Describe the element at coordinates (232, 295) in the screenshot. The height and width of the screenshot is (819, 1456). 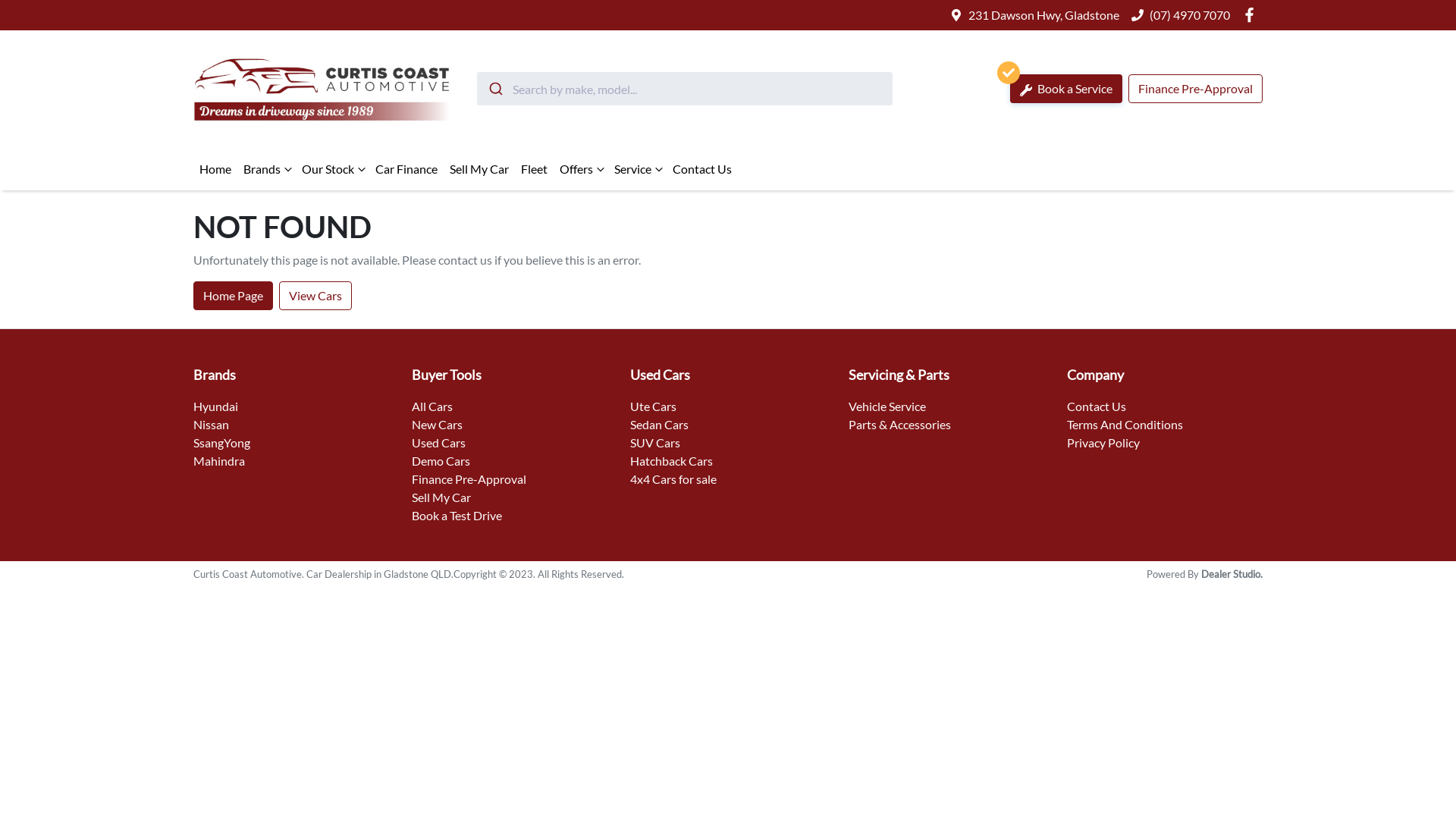
I see `'Home Page'` at that location.